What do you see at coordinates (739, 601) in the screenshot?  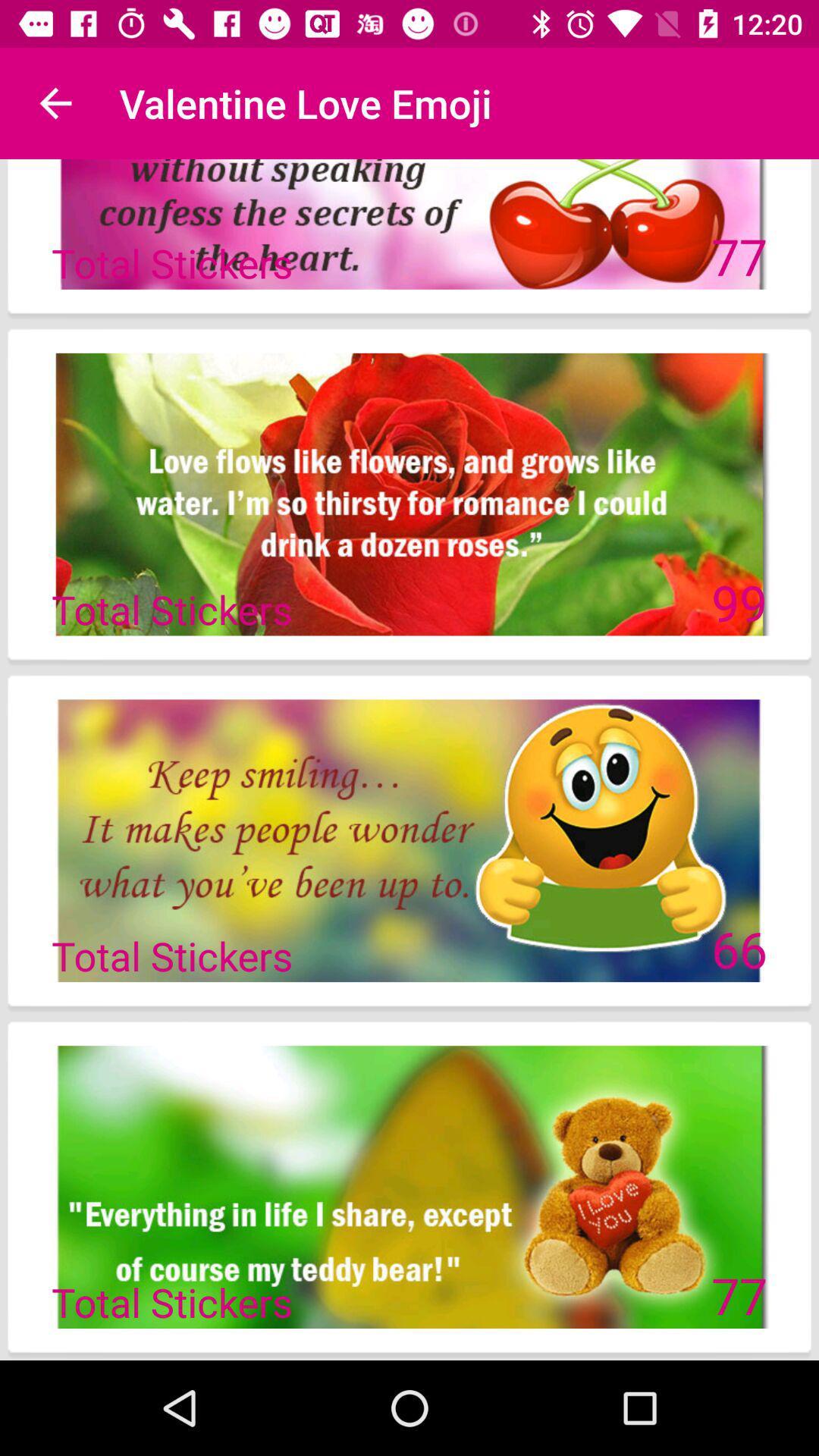 I see `icon to the right of total stickers item` at bounding box center [739, 601].